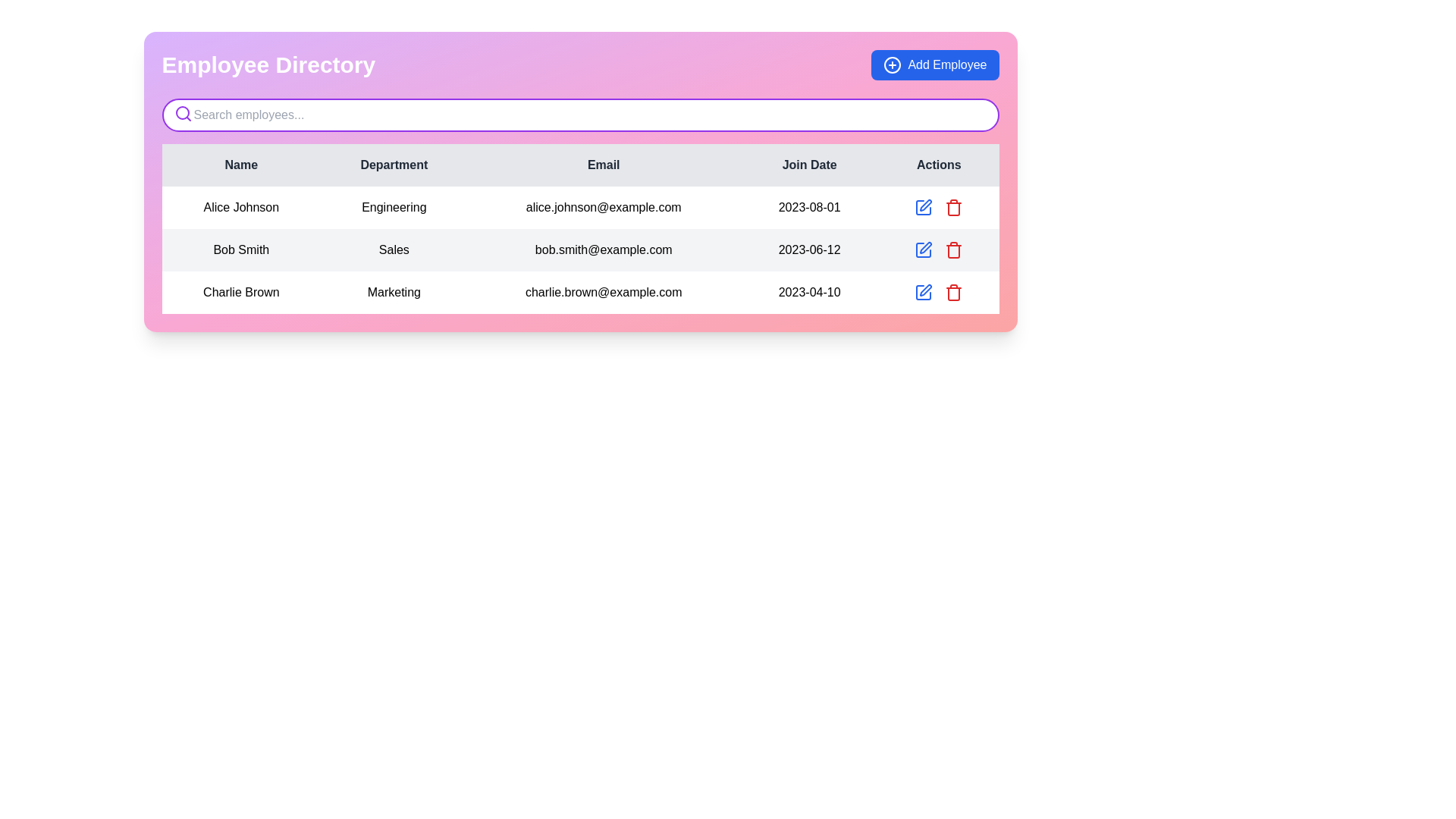 This screenshot has width=1456, height=819. I want to click on the text label displaying 'Charlie Brown', which is located in the first column of the last row of the employee records table, so click(240, 292).